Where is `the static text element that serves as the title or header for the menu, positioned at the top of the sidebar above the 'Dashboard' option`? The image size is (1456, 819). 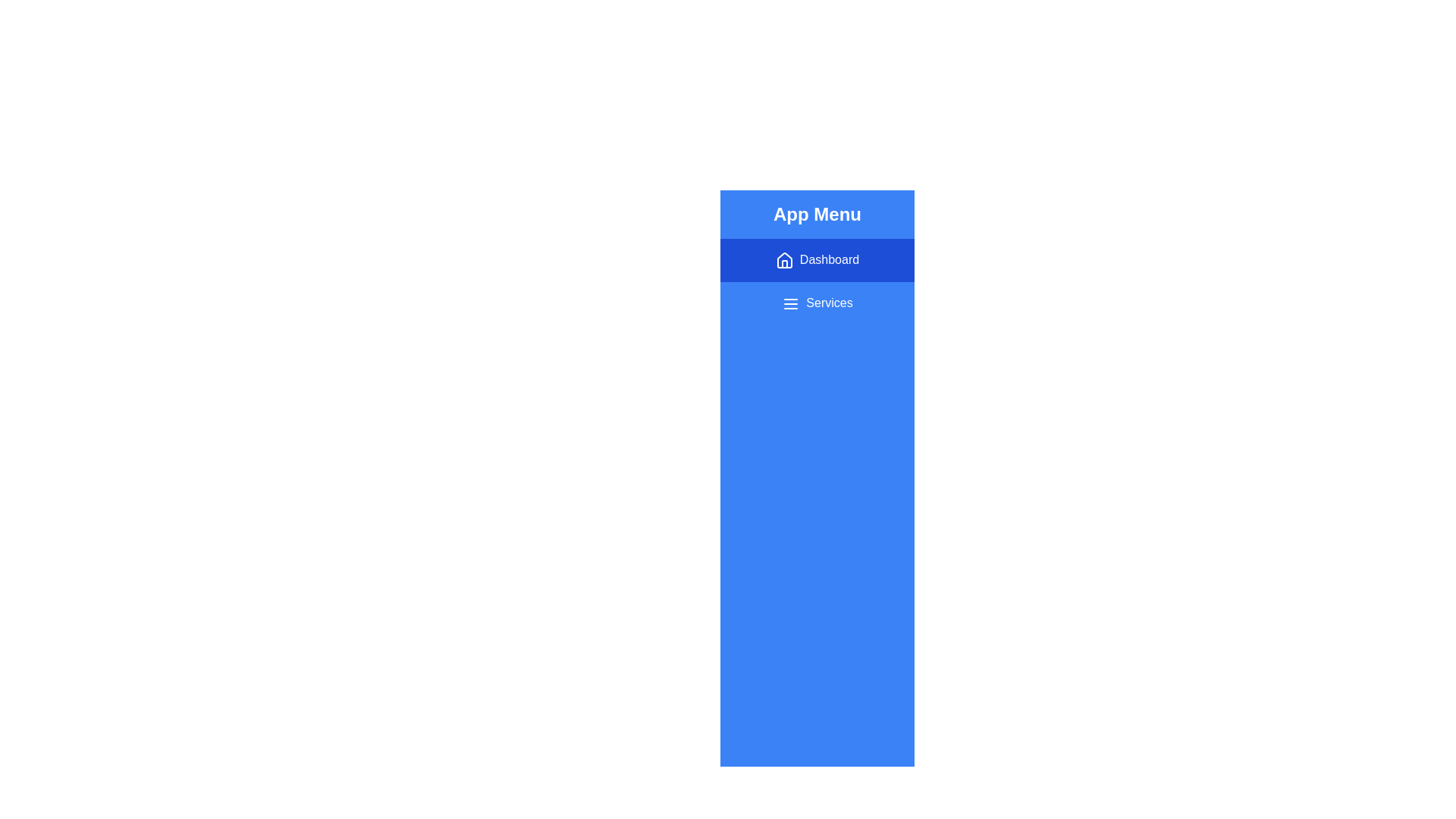 the static text element that serves as the title or header for the menu, positioned at the top of the sidebar above the 'Dashboard' option is located at coordinates (817, 214).